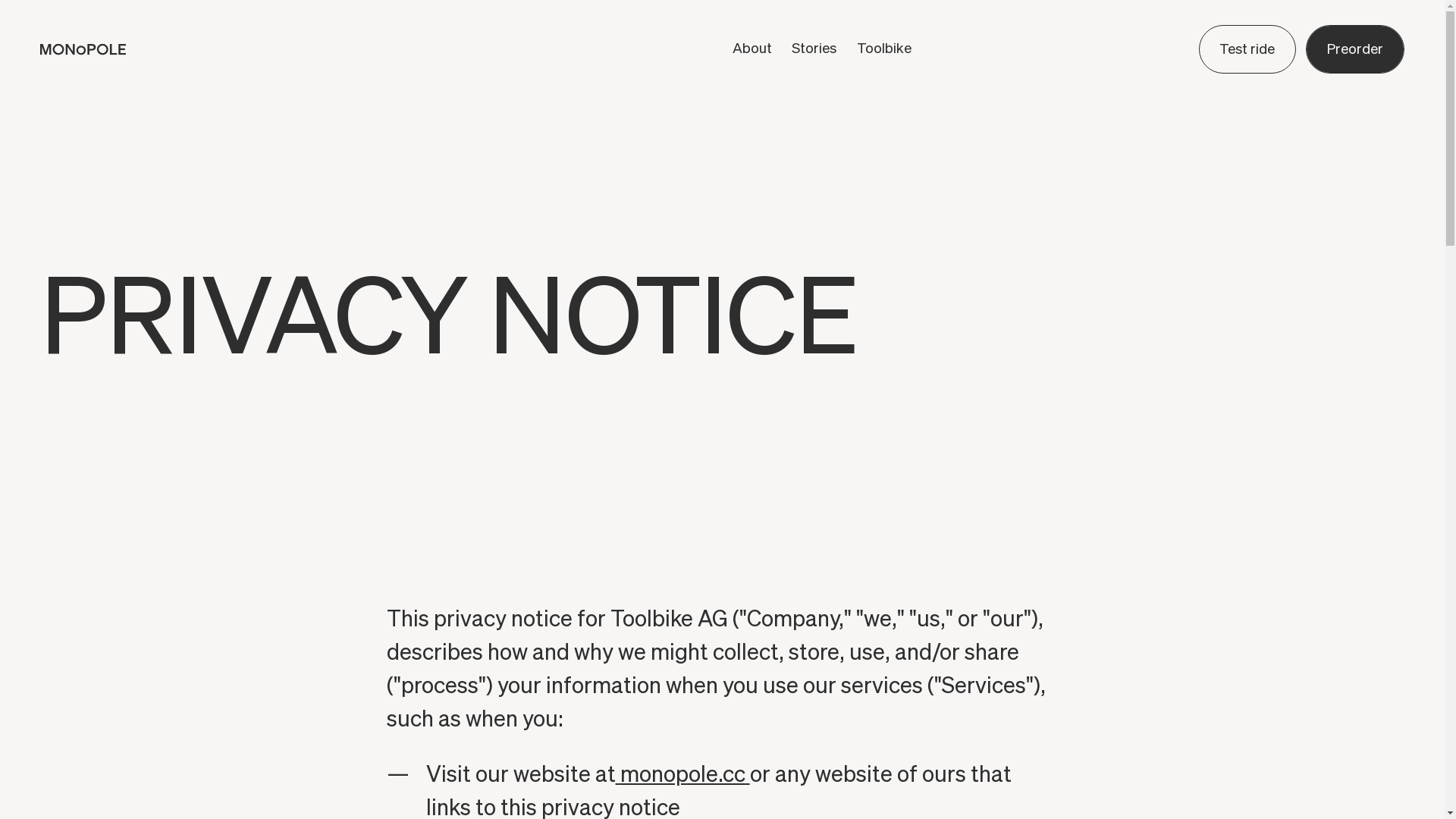 The width and height of the screenshot is (1456, 819). Describe the element at coordinates (813, 48) in the screenshot. I see `'Stories'` at that location.